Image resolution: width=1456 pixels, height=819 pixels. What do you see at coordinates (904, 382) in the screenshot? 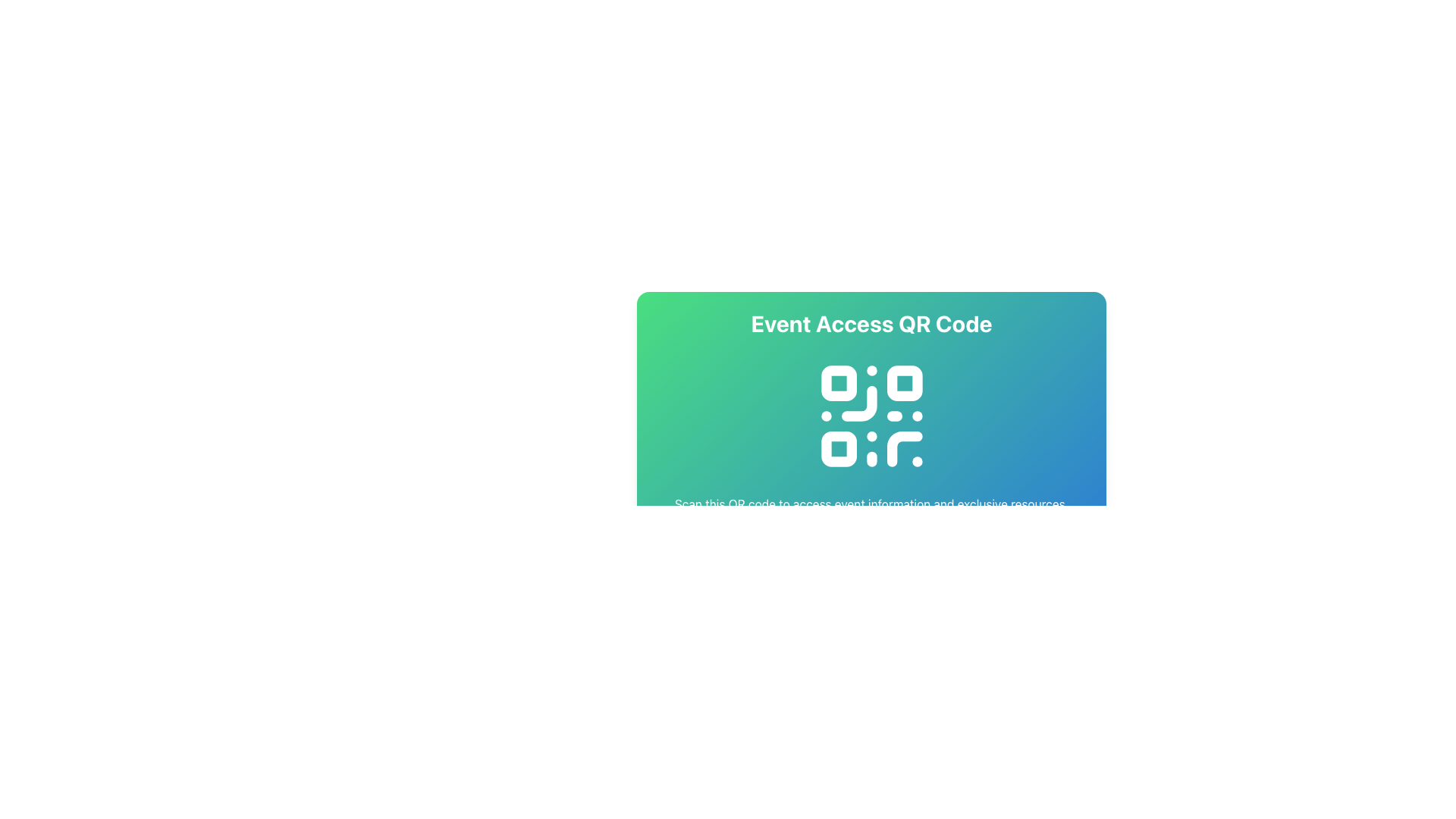
I see `the second square in the top row of the QR code, which is a visual component of the QR code's scannable pattern` at bounding box center [904, 382].